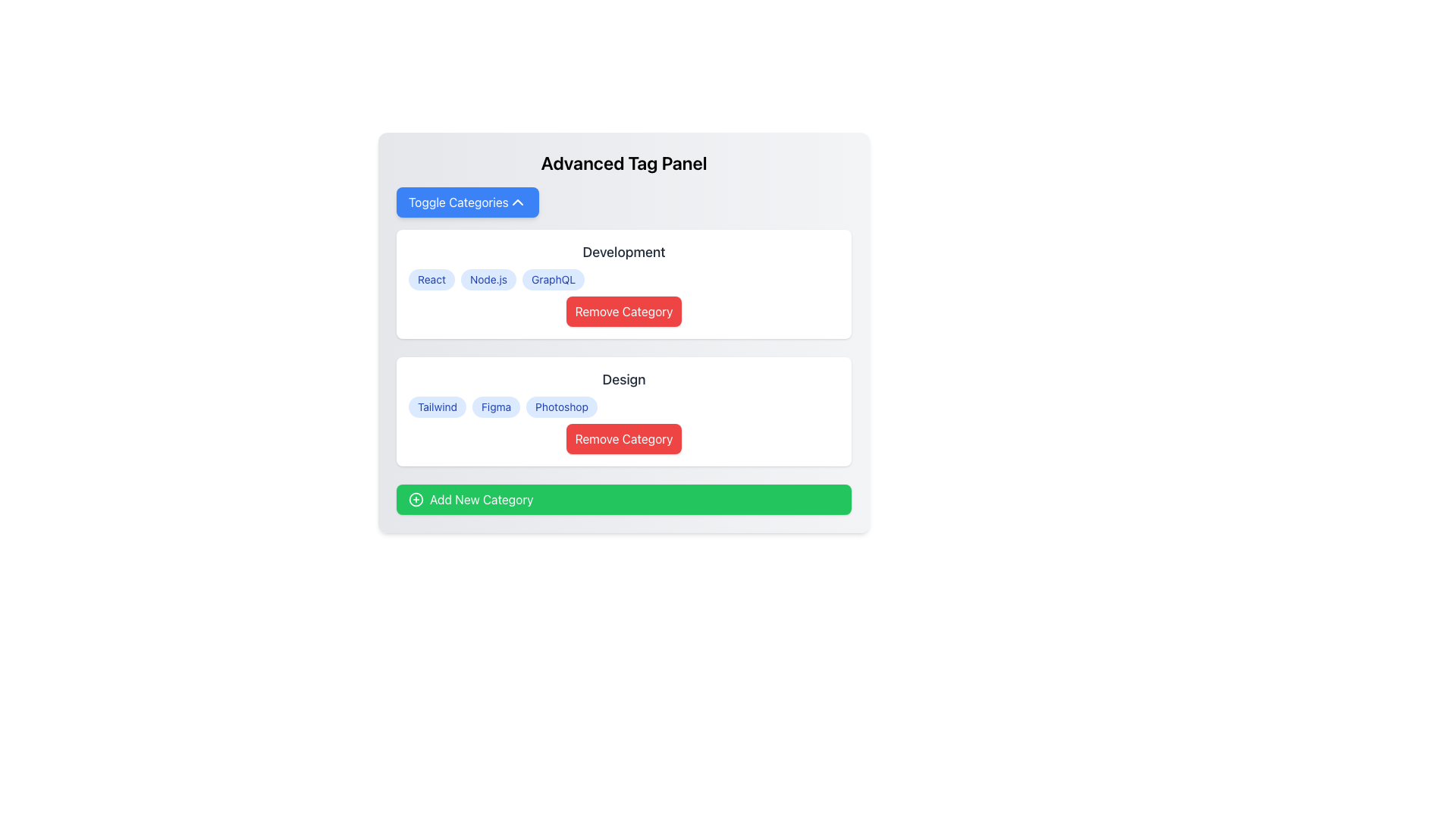 This screenshot has width=1456, height=819. I want to click on the Vector graphic icon inside the green button labeled 'Add New Category' located at the bottom left side of the interface, so click(416, 500).